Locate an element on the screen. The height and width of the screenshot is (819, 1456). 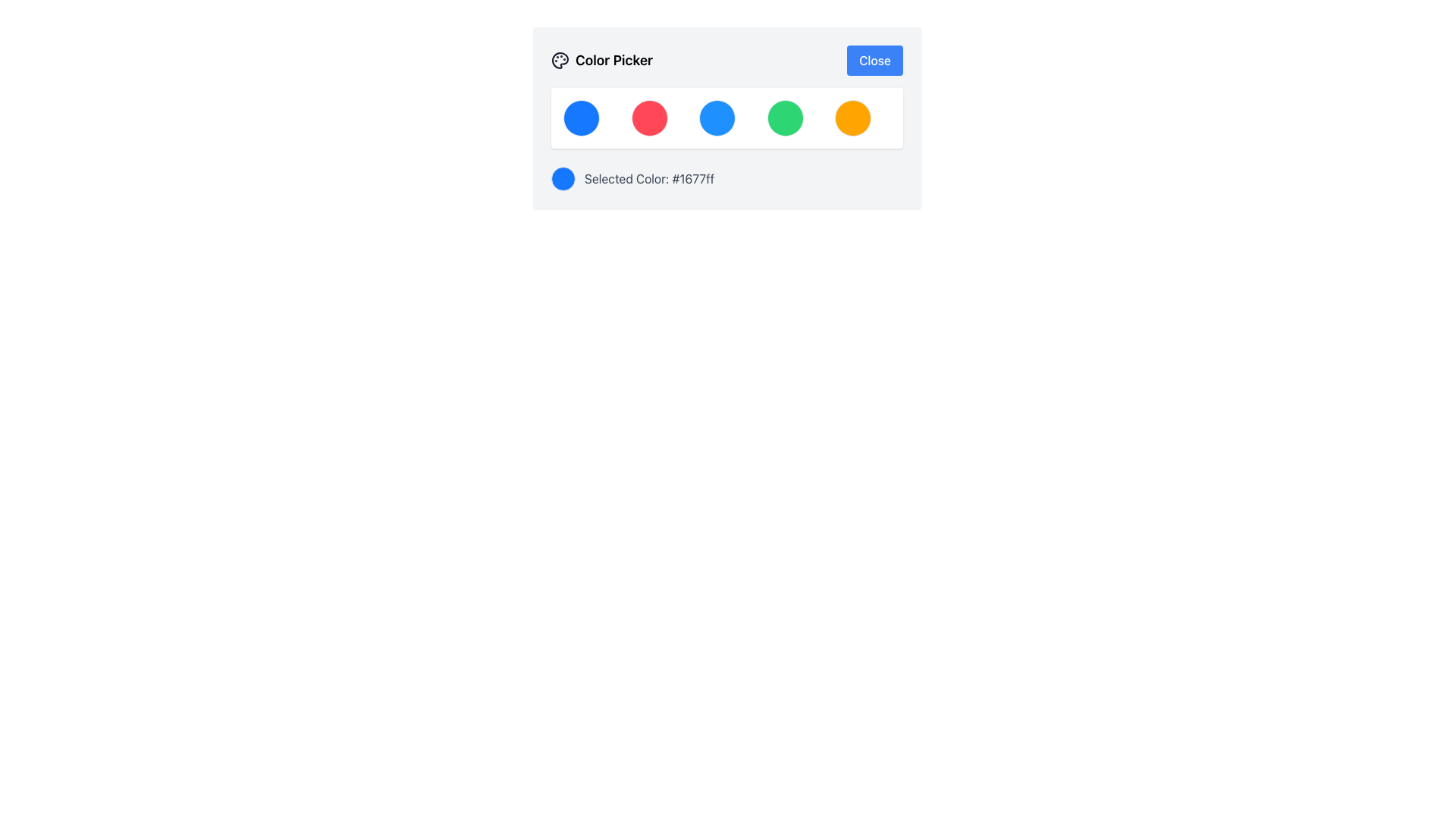
the second circular button in the color selection grid is located at coordinates (649, 117).